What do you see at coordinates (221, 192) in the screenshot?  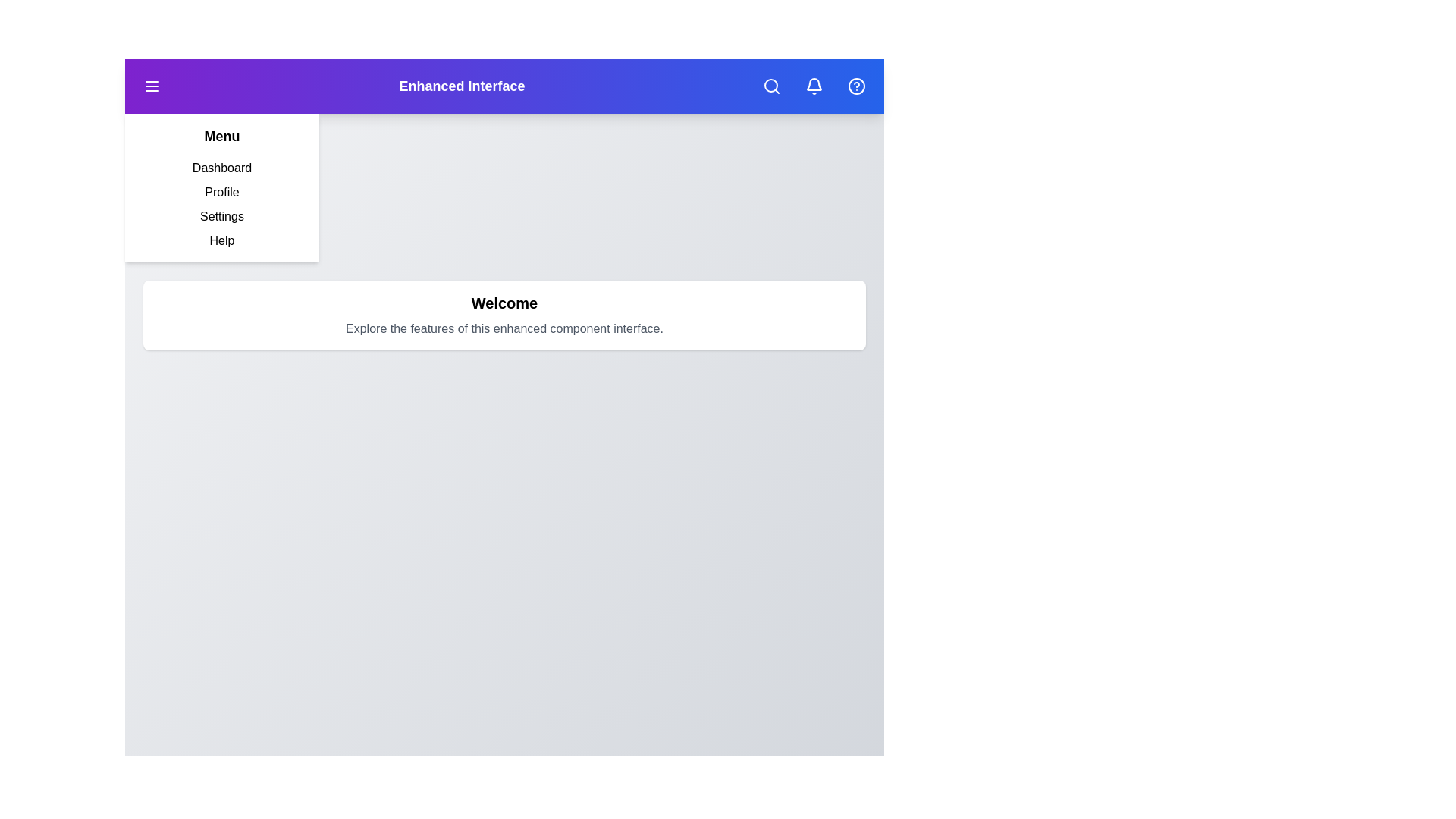 I see `the menu item Profile from the sidebar` at bounding box center [221, 192].